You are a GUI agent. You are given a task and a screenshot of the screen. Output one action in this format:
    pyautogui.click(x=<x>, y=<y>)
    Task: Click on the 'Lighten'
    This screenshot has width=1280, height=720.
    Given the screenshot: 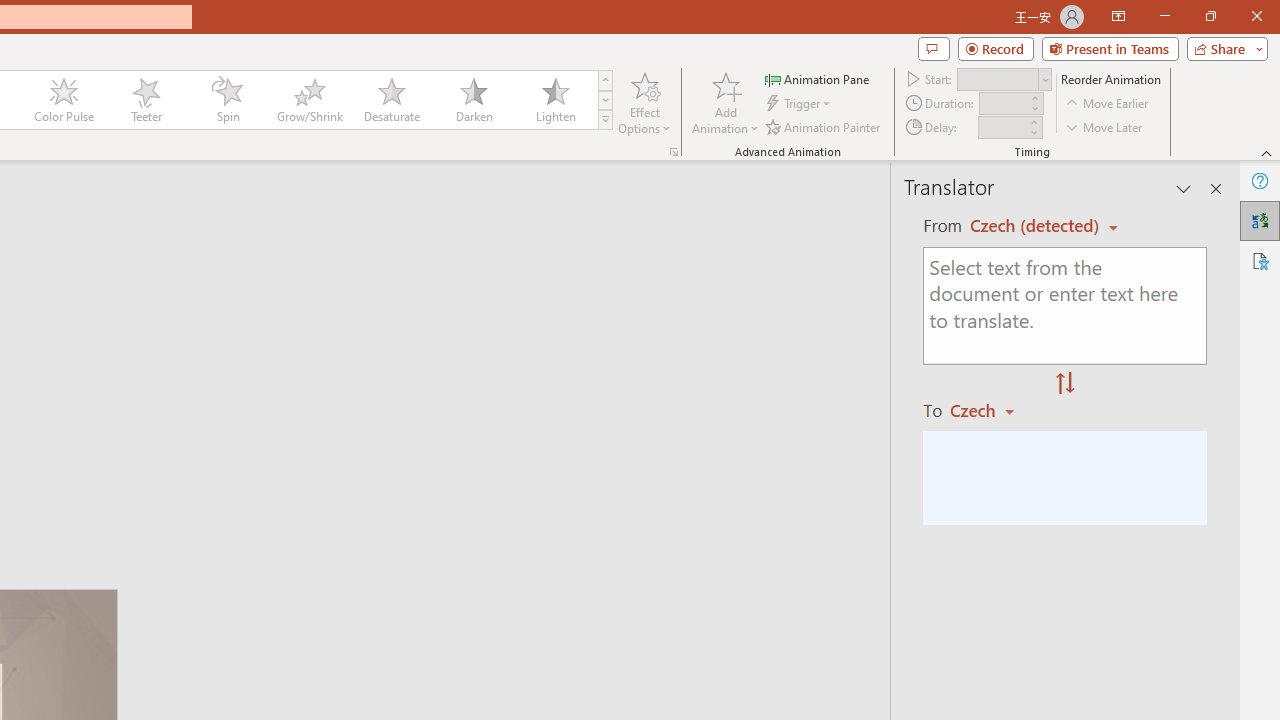 What is the action you would take?
    pyautogui.click(x=555, y=100)
    